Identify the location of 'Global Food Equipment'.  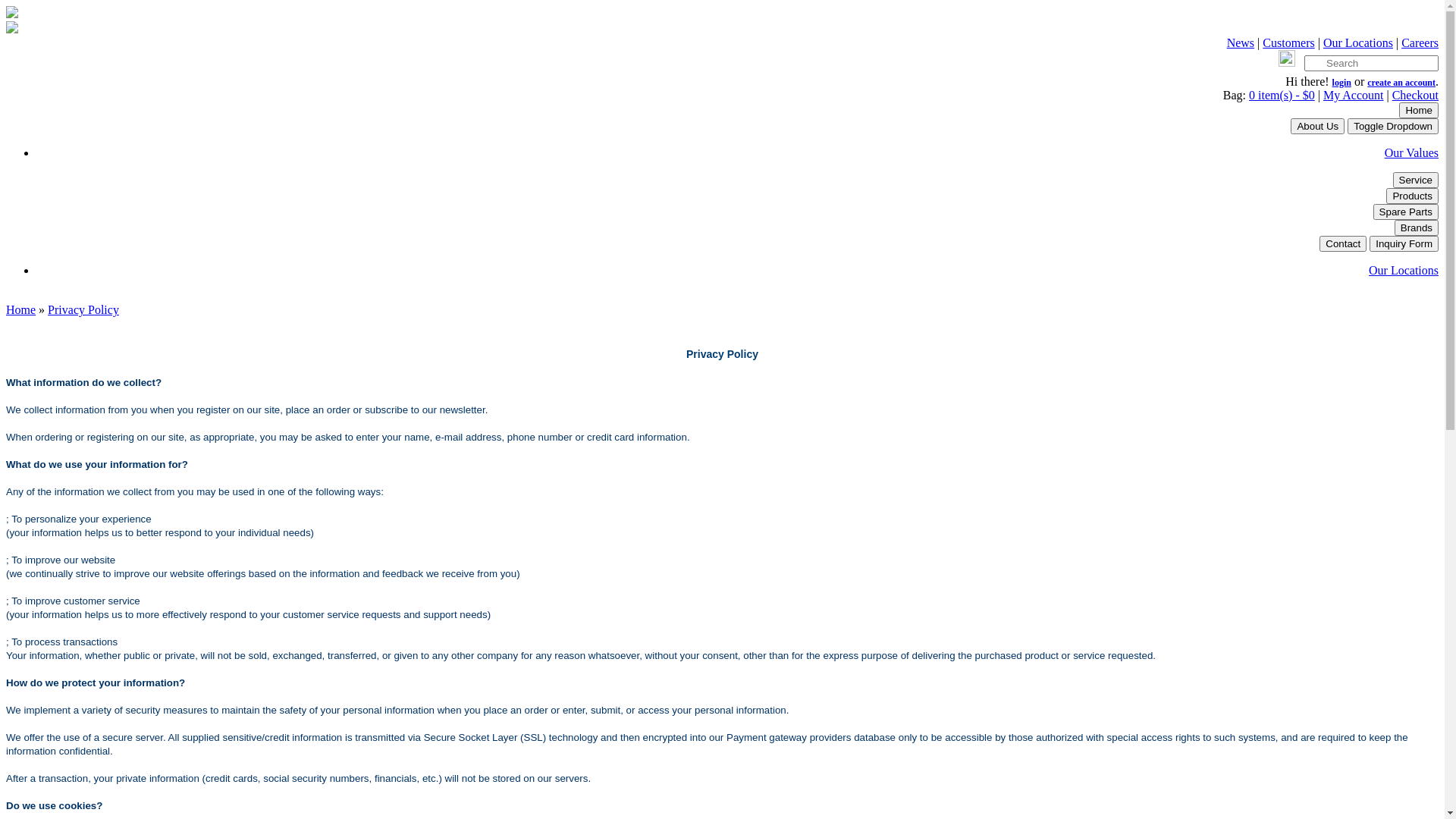
(11, 14).